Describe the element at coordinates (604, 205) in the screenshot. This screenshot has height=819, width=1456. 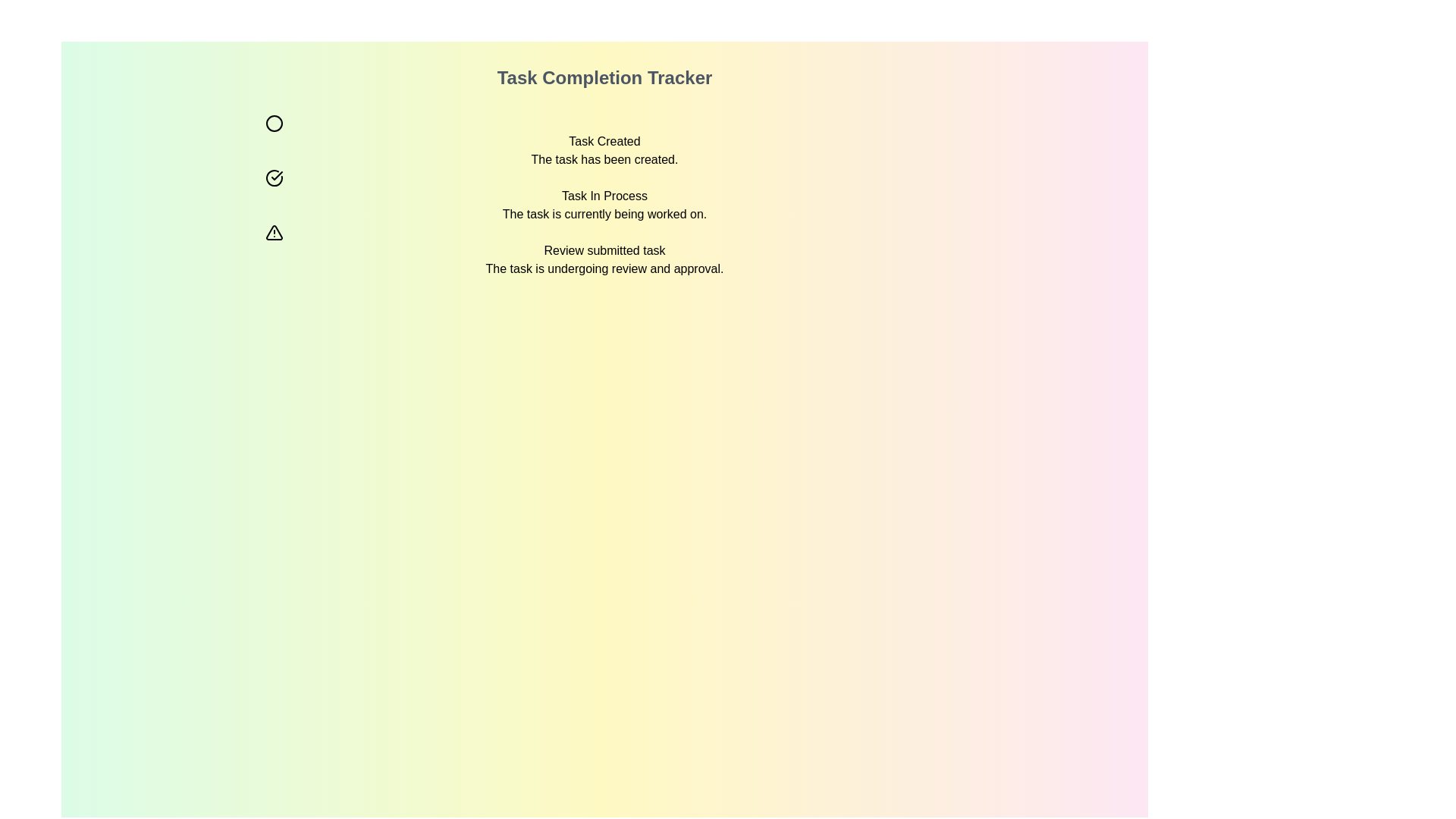
I see `information from the text label that says 'Task In Process' and its description 'The task is currently being worked on.'` at that location.